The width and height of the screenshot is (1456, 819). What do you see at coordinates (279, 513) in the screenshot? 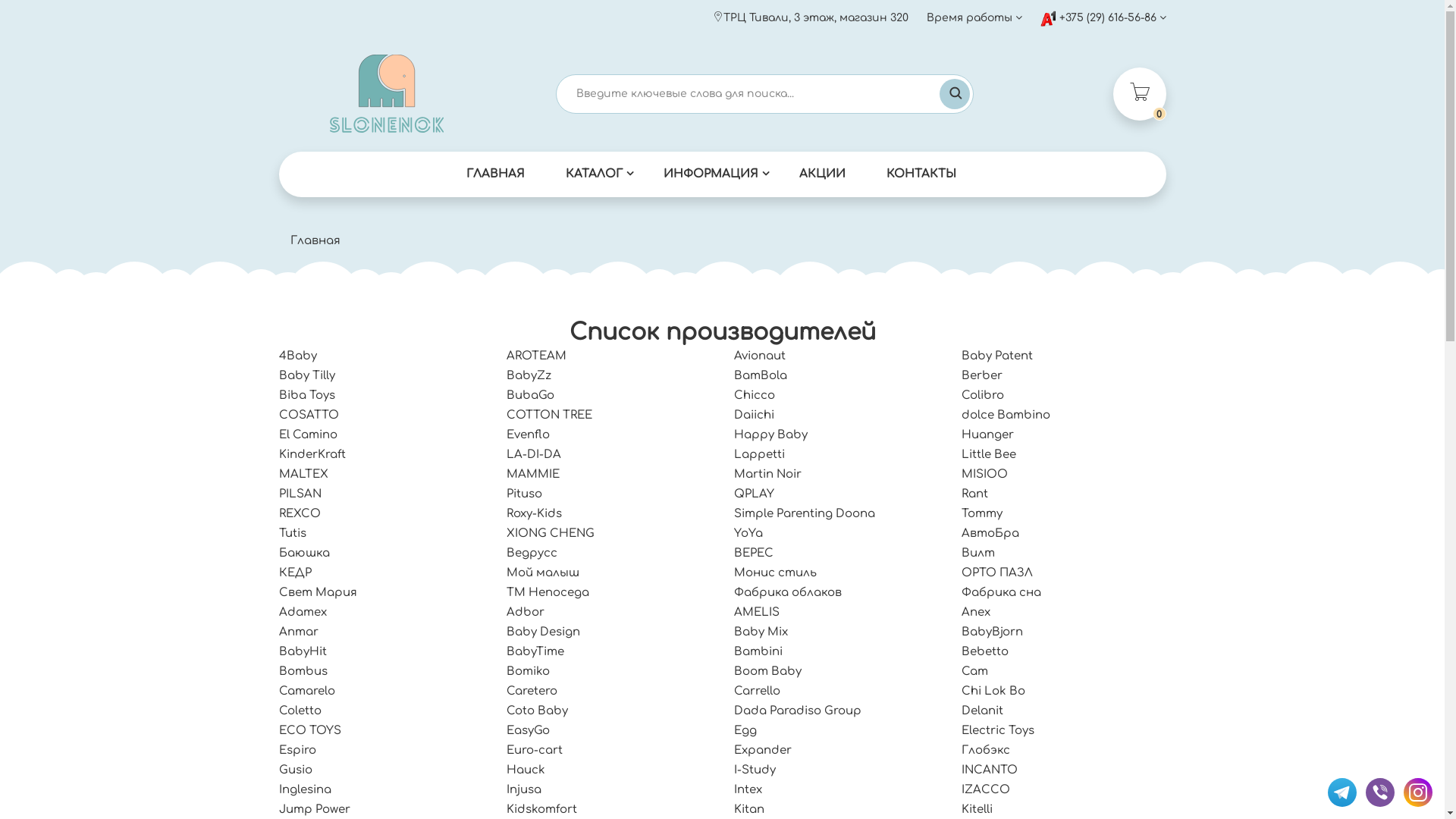
I see `'REXCO'` at bounding box center [279, 513].